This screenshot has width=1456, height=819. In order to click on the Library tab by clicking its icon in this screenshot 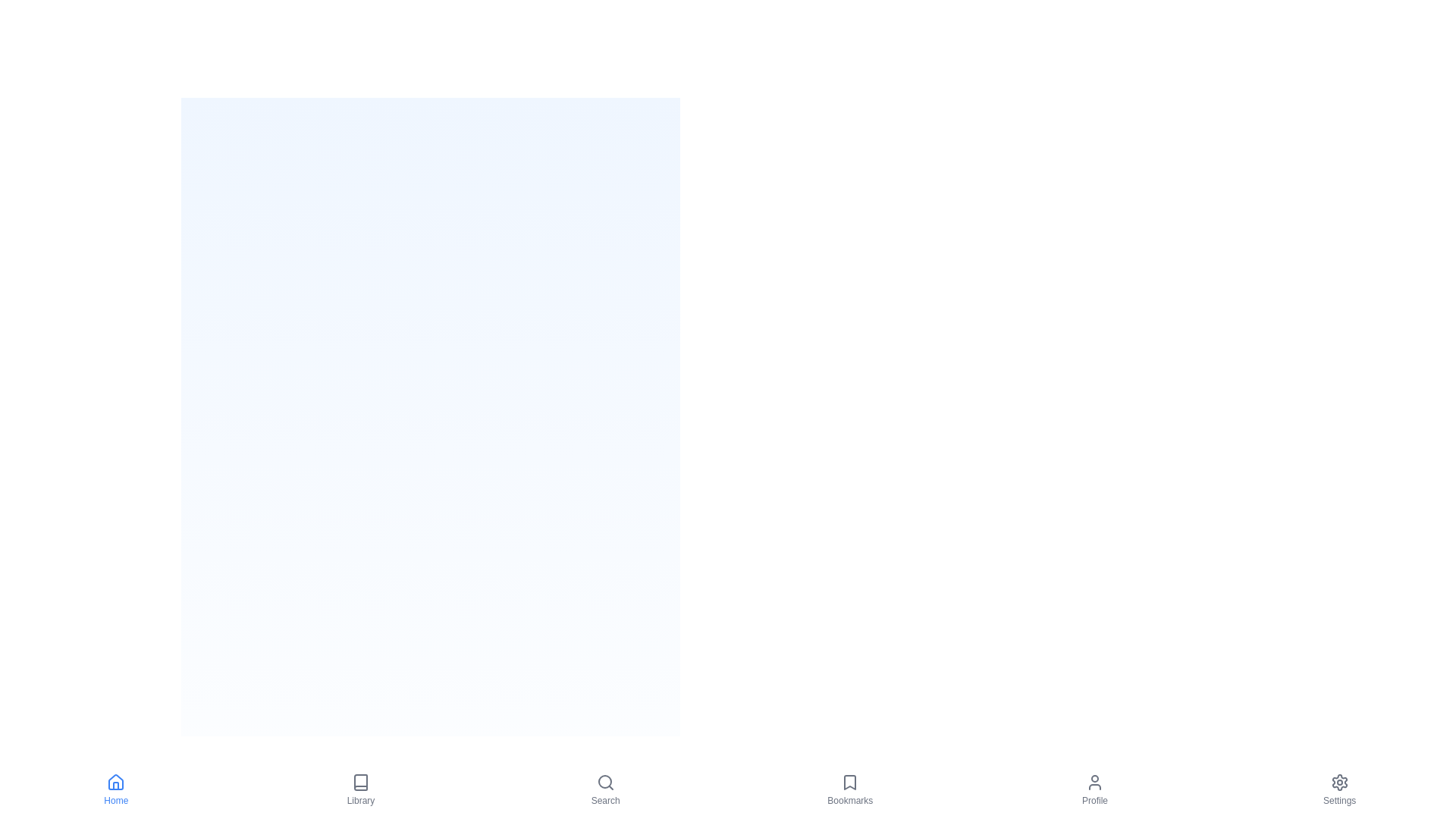, I will do `click(359, 789)`.